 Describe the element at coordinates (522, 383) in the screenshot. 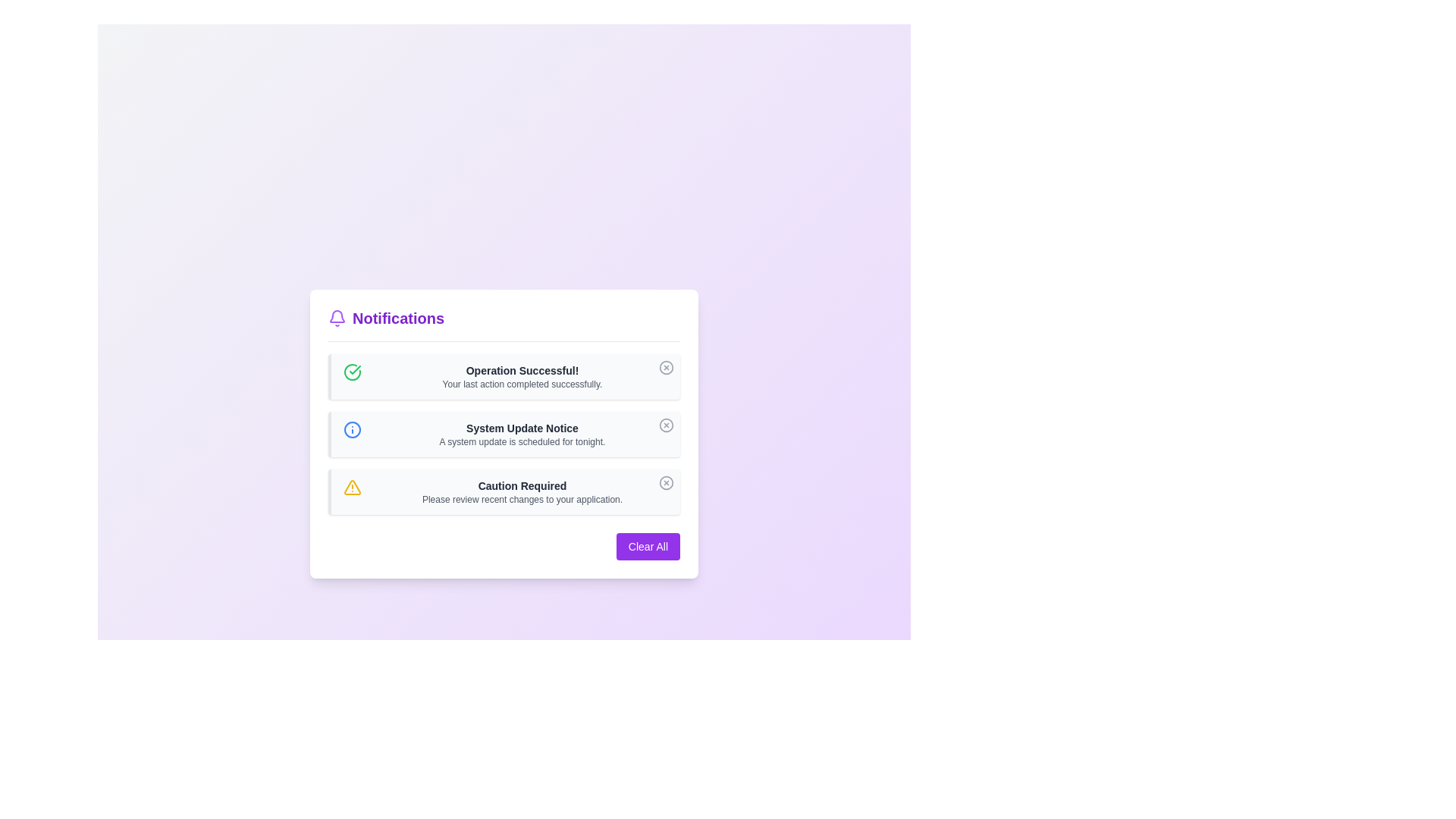

I see `message in the text label stating 'Your last action completed successfully.' which is located below the heading 'Operation Successful!' in the first notification card` at that location.